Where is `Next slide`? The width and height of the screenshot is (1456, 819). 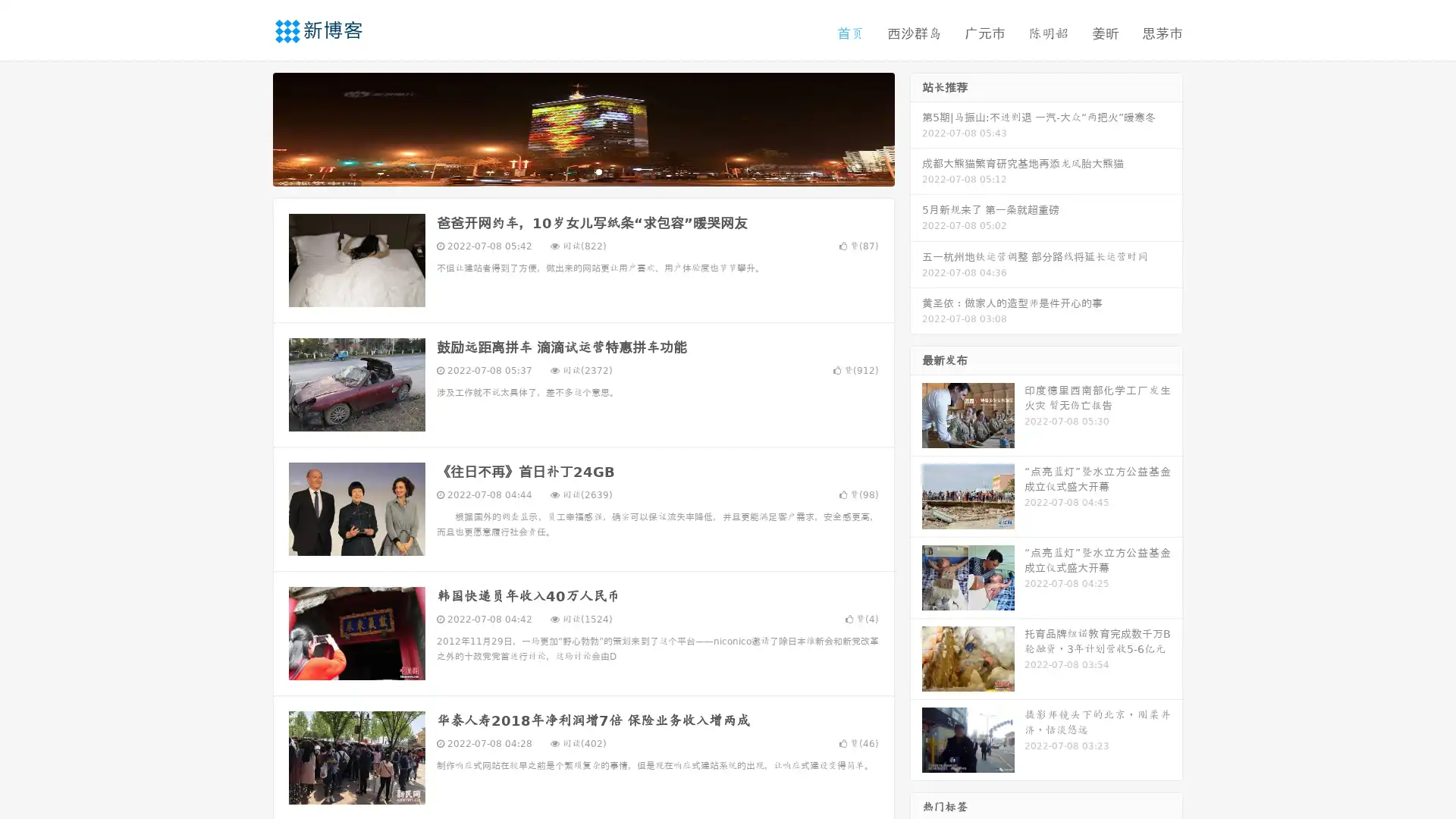
Next slide is located at coordinates (916, 127).